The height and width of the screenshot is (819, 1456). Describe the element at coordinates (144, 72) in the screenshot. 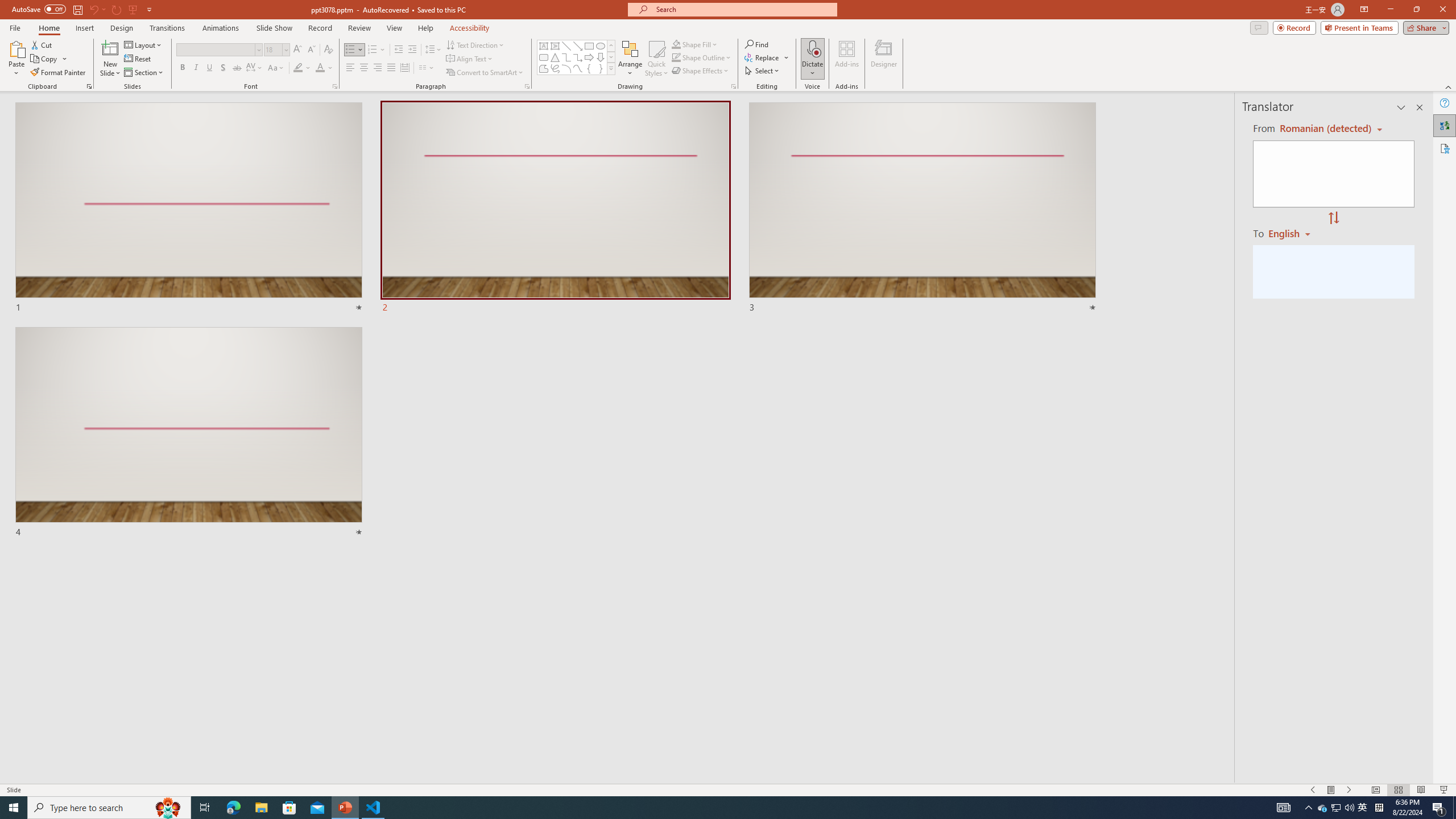

I see `'Section'` at that location.